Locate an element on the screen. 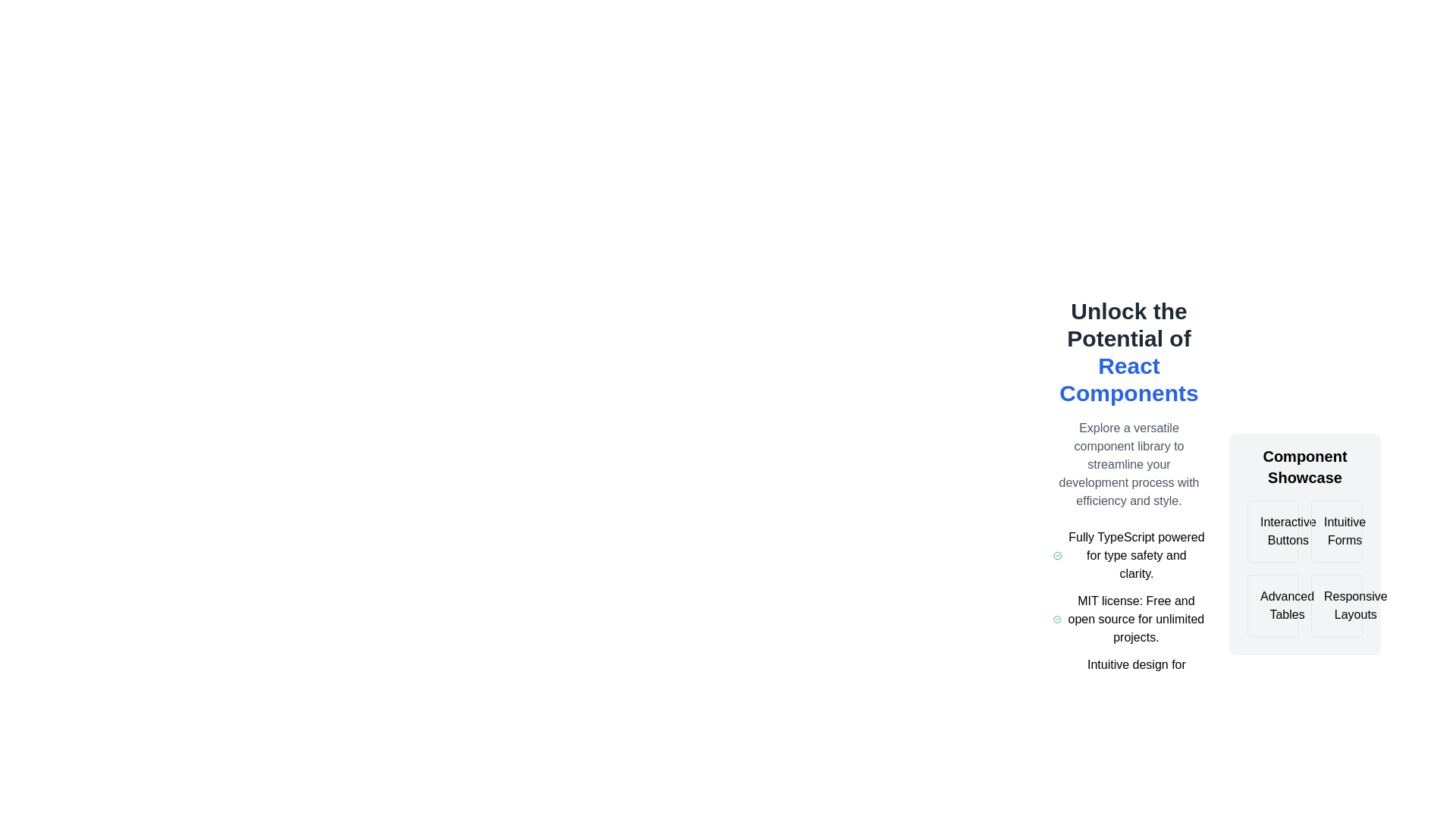 Image resolution: width=1456 pixels, height=819 pixels. the 'Interactive Buttons' informative box located in the top-left corner of the component grid under the 'Component Showcase' section is located at coordinates (1273, 531).